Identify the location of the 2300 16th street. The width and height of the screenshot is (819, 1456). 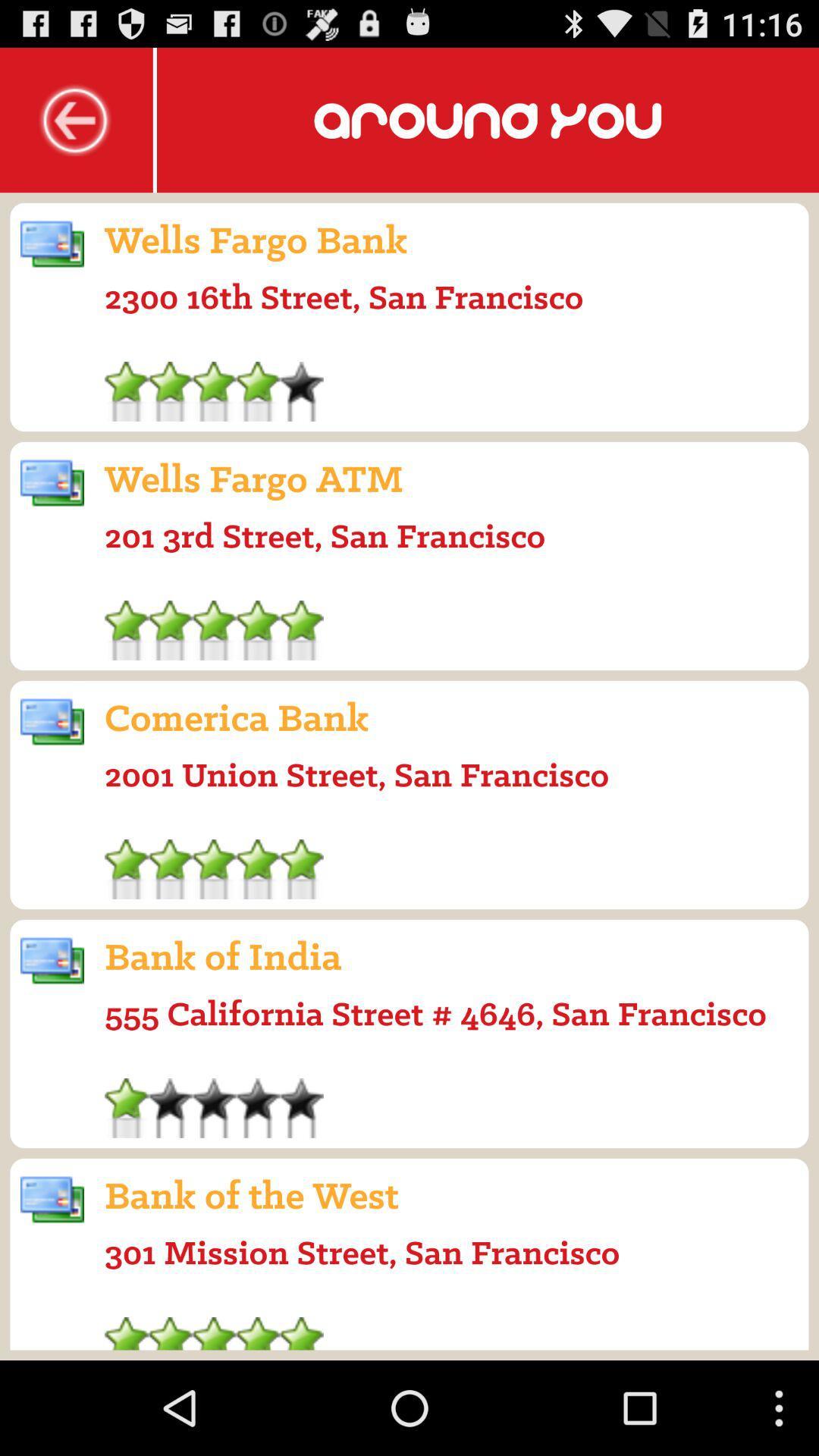
(344, 297).